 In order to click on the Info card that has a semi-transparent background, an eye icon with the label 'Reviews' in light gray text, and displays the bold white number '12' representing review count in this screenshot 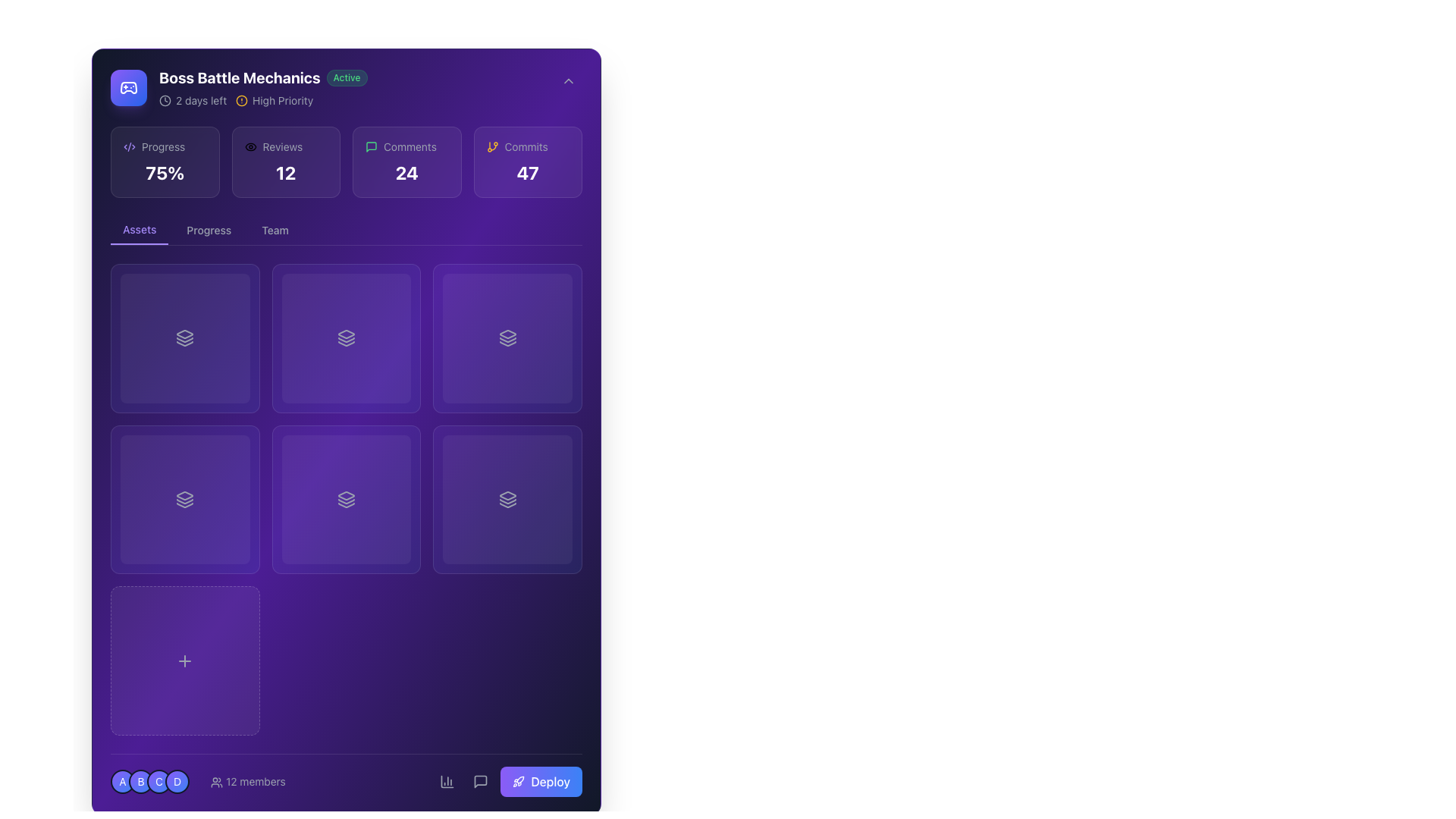, I will do `click(286, 162)`.